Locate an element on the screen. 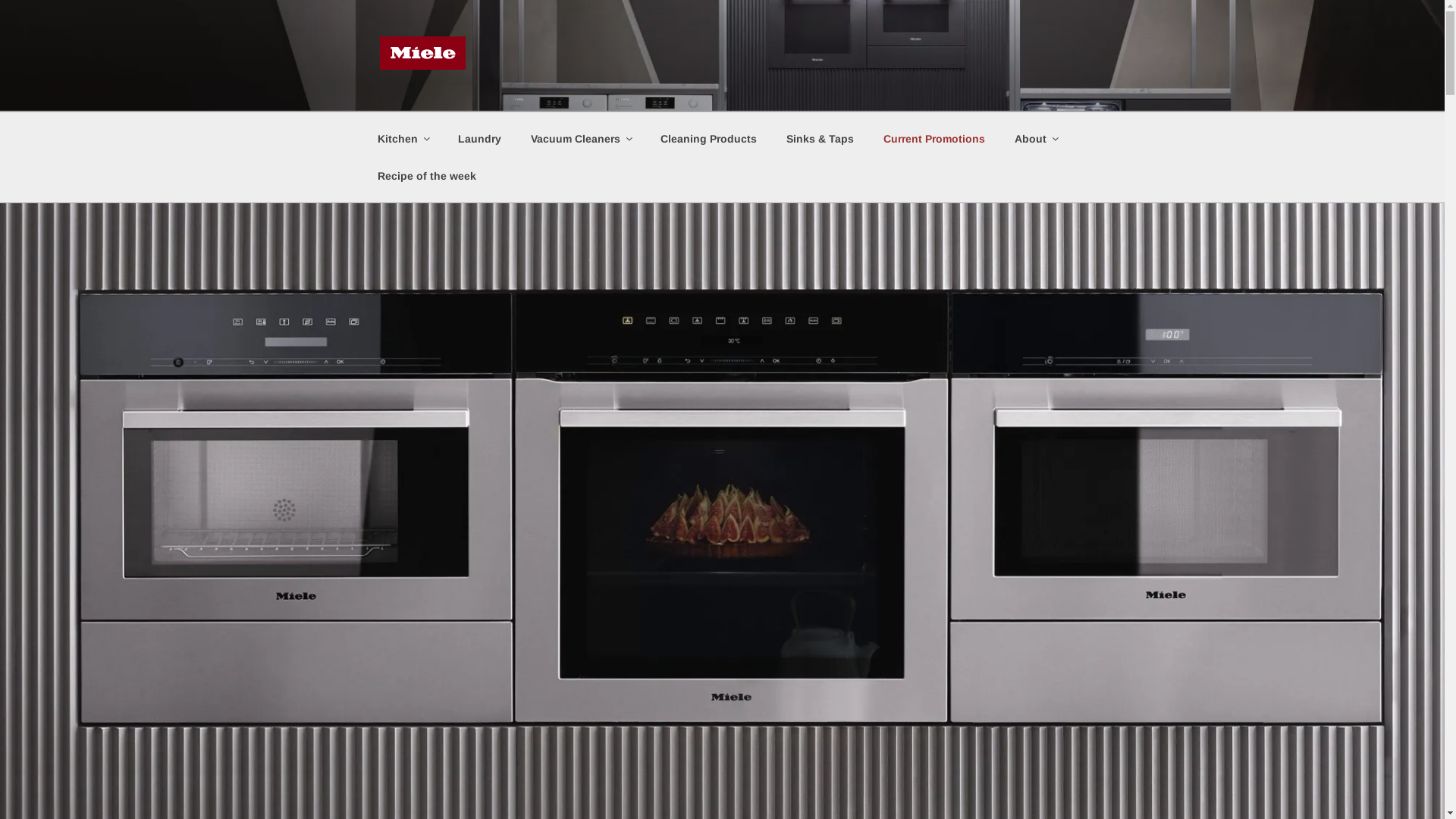  'Cleaning Products' is located at coordinates (648, 138).